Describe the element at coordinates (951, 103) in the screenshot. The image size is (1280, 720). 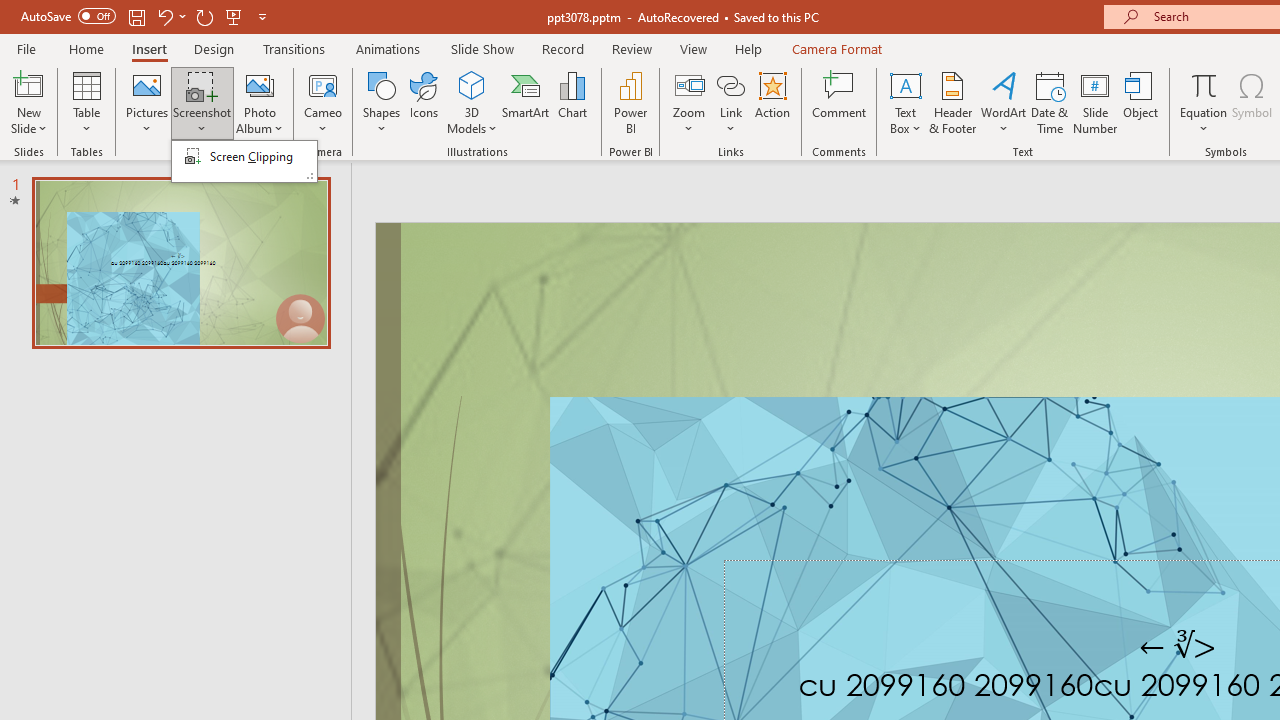
I see `'Header & Footer...'` at that location.